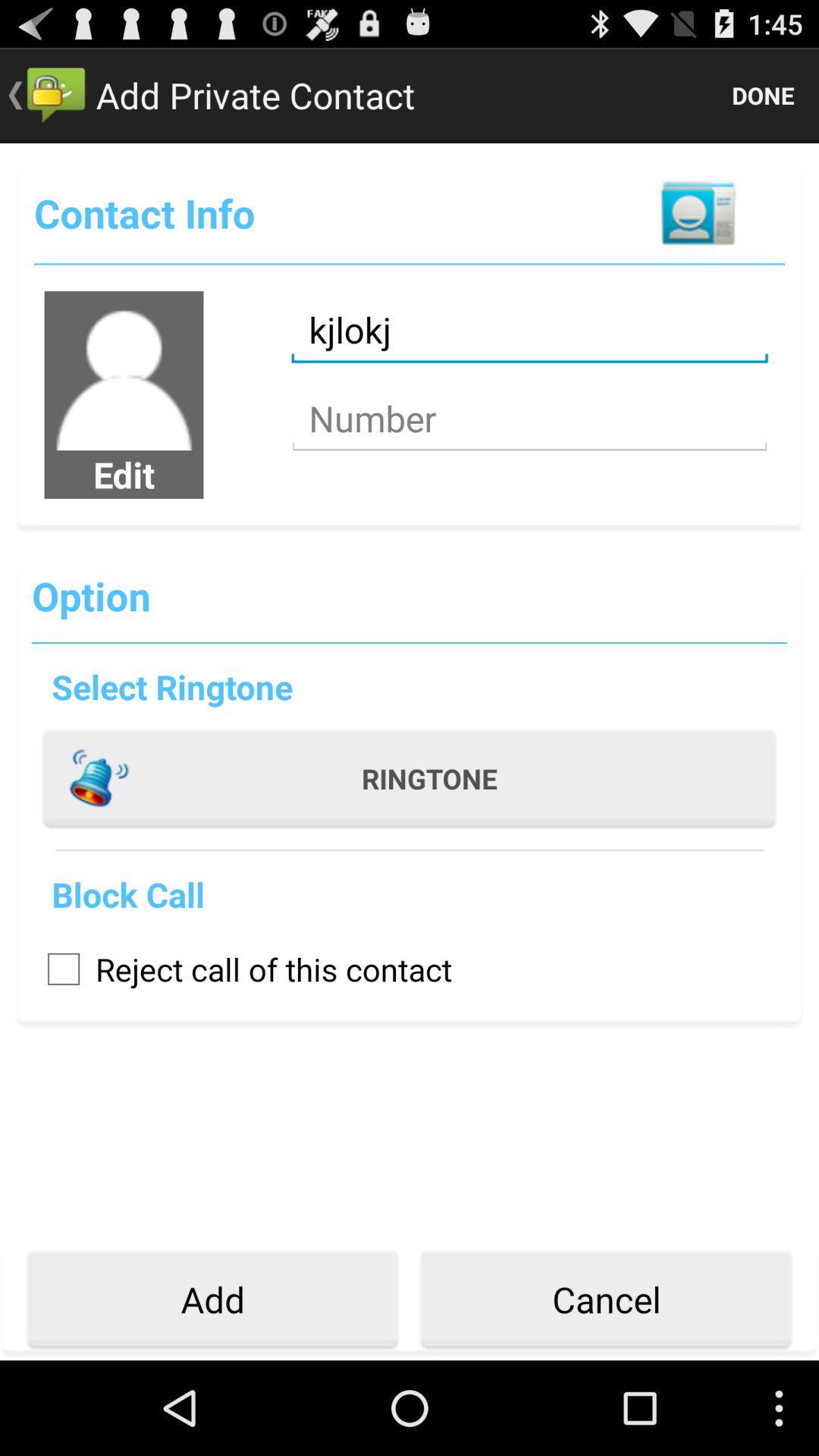 Image resolution: width=819 pixels, height=1456 pixels. Describe the element at coordinates (529, 419) in the screenshot. I see `the icon below the kjlokj` at that location.